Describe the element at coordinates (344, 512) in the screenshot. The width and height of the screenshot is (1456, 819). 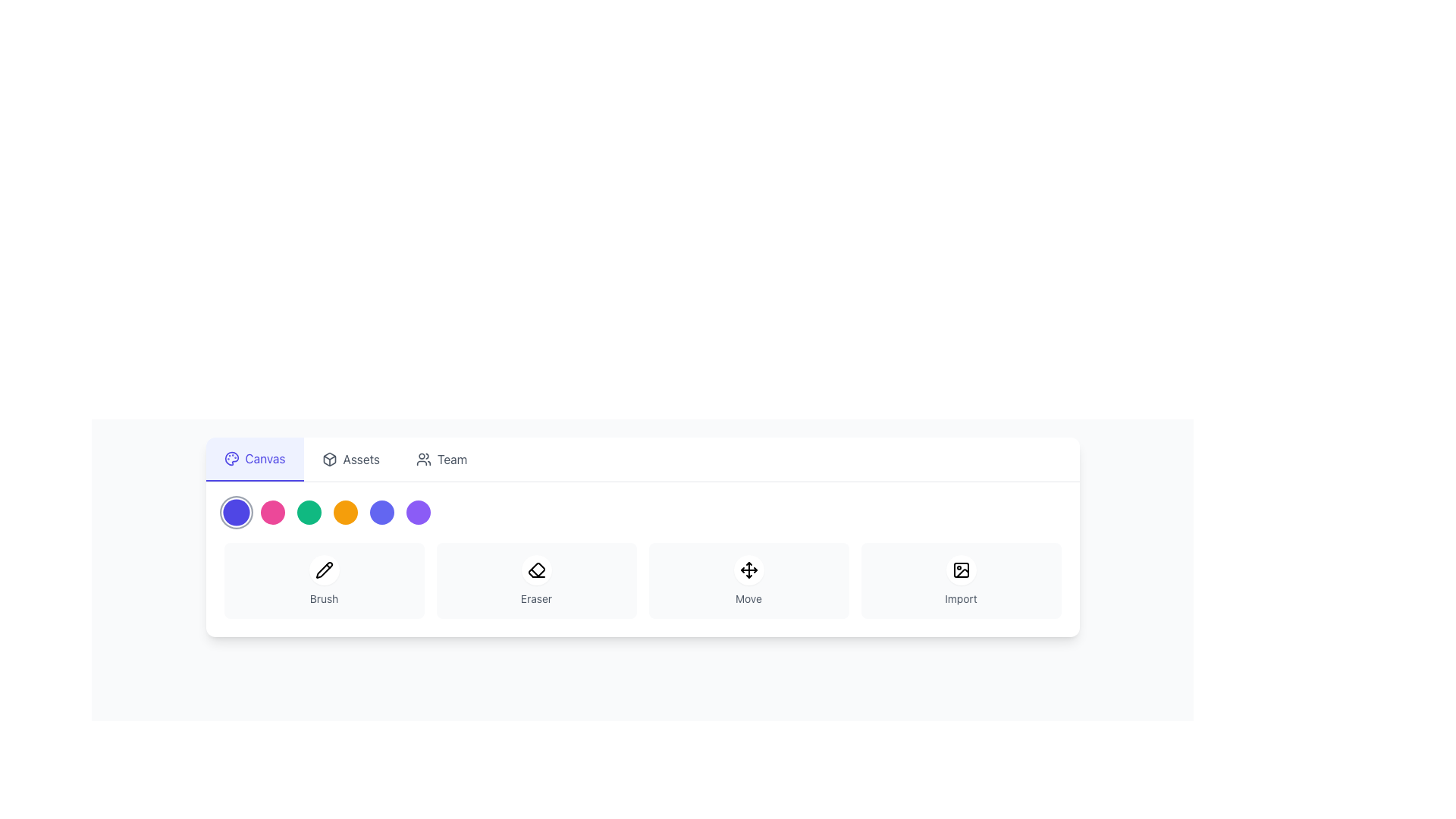
I see `the fourth circular button in a horizontal sequence of six buttons located` at that location.